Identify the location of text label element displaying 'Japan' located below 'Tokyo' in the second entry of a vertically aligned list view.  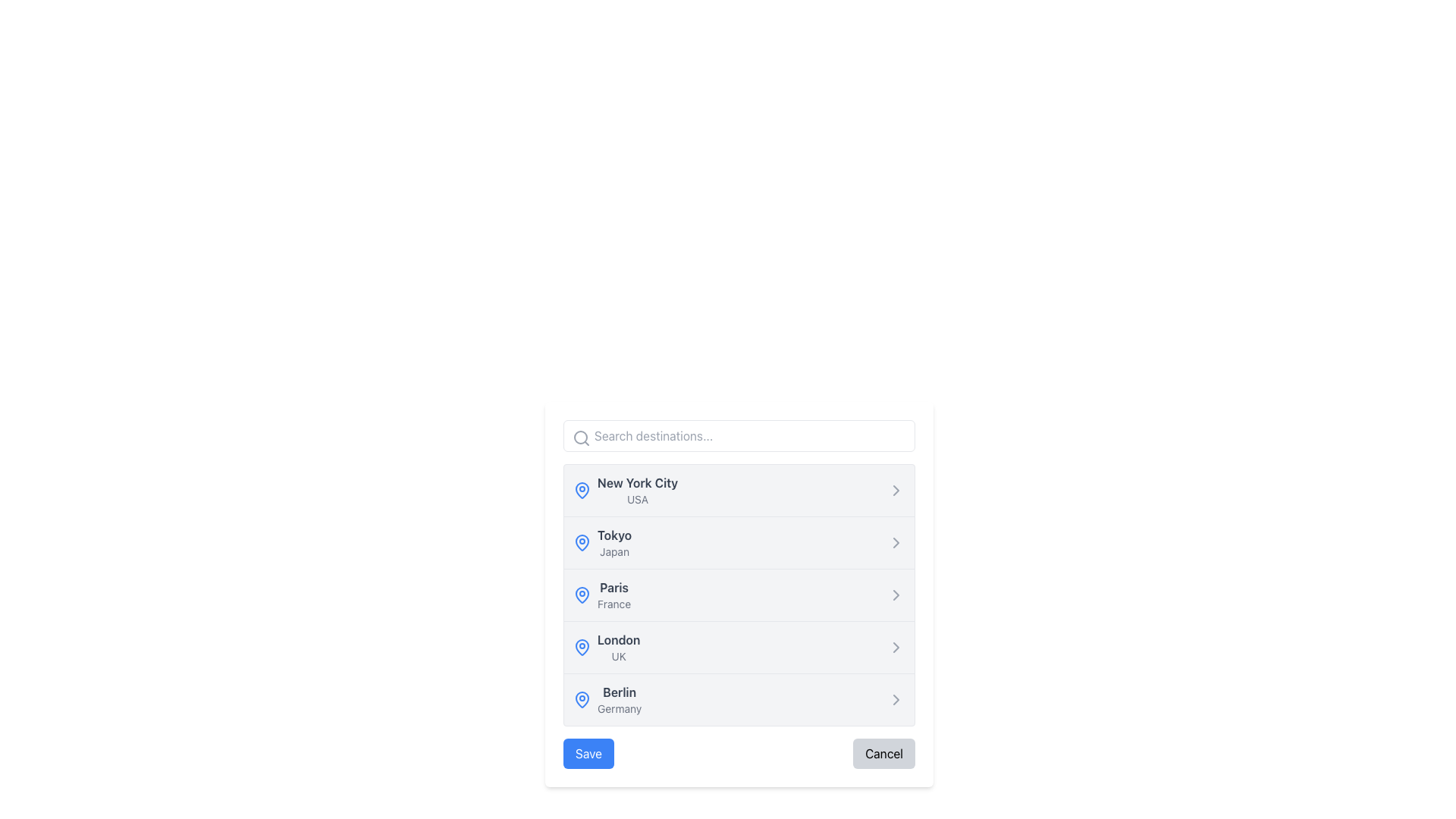
(614, 552).